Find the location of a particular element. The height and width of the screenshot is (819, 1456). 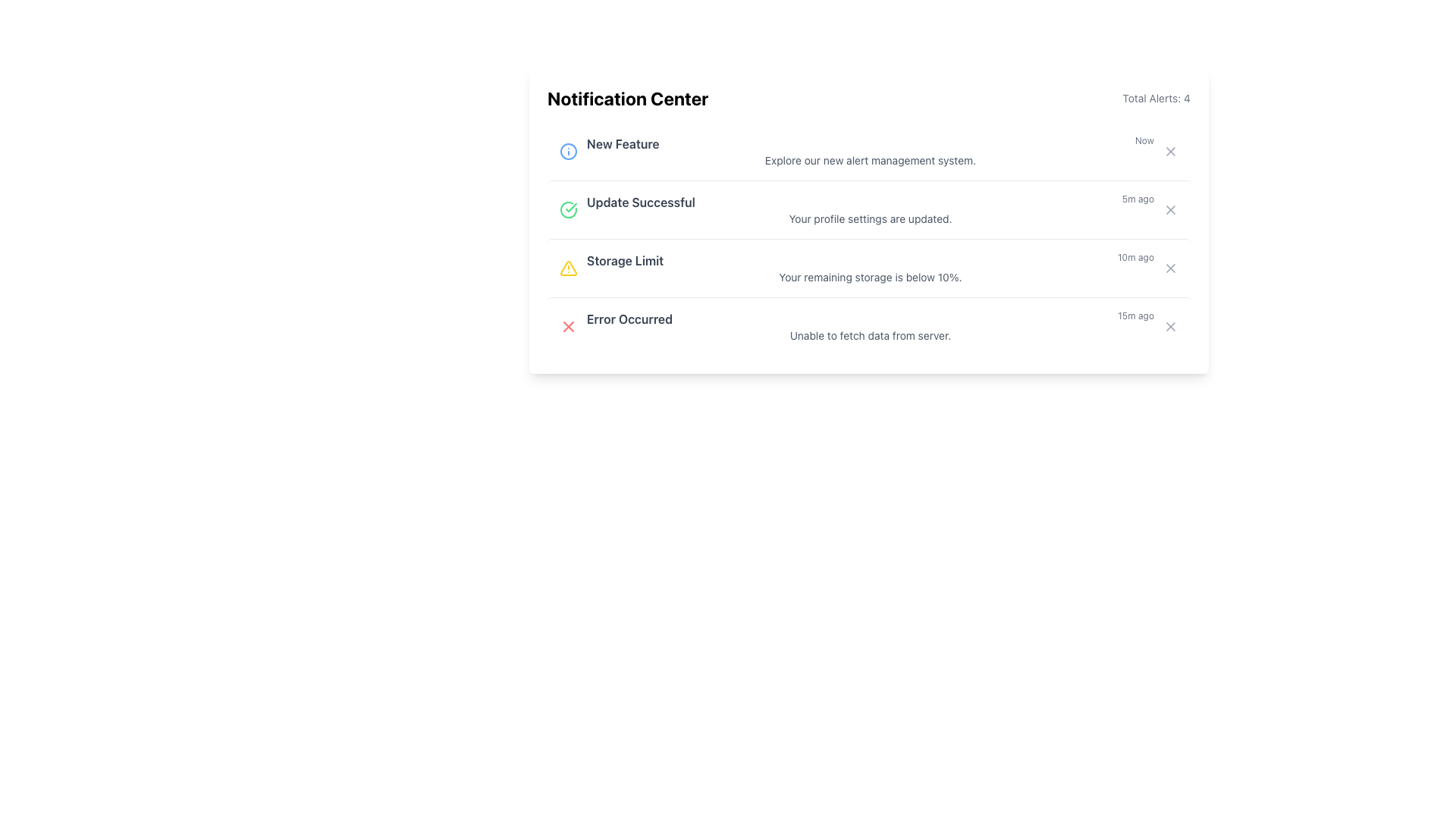

the error notification entry located at the bottom of the notification list is located at coordinates (869, 325).